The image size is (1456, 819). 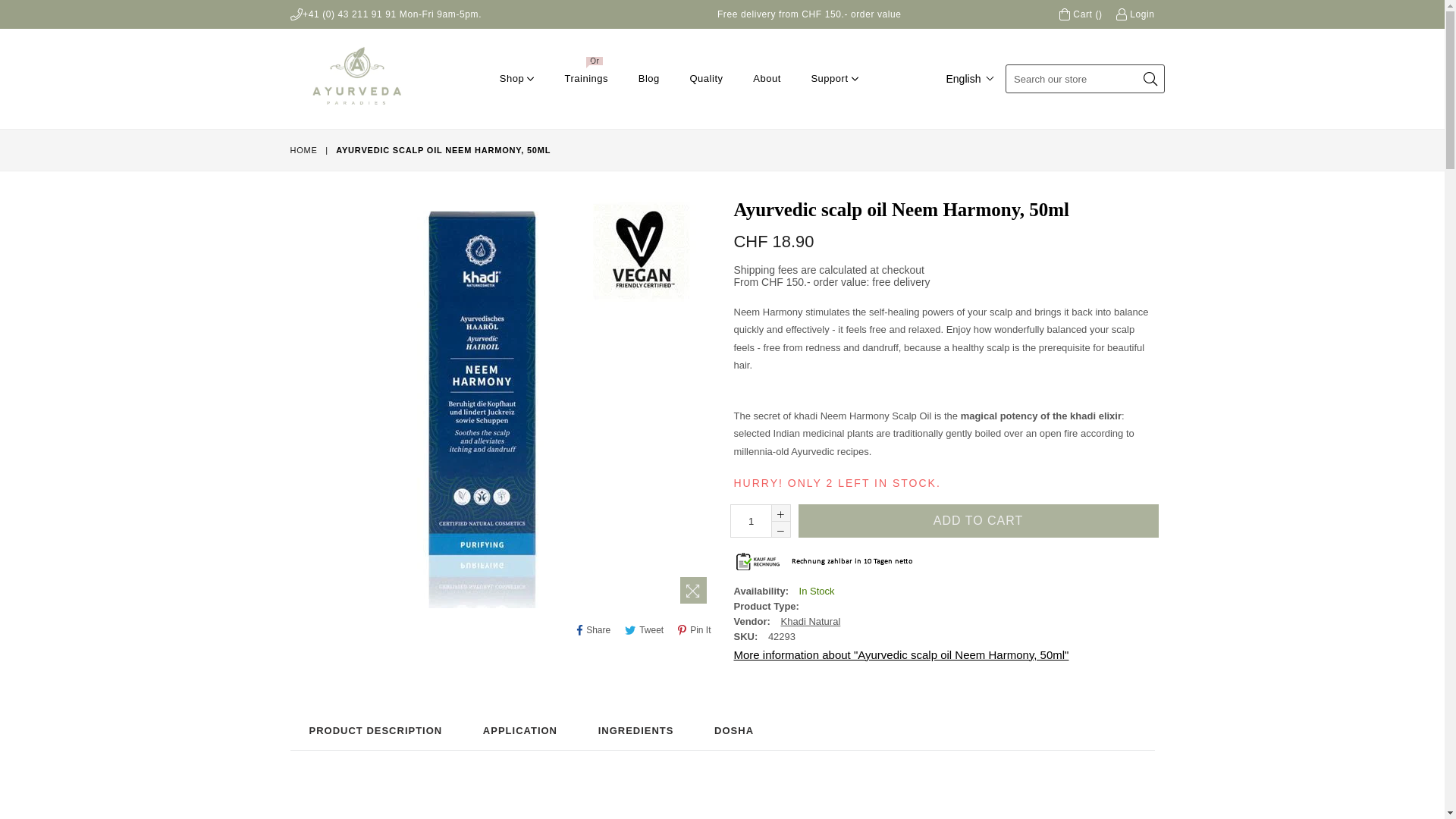 What do you see at coordinates (1135, 14) in the screenshot?
I see `'Login'` at bounding box center [1135, 14].